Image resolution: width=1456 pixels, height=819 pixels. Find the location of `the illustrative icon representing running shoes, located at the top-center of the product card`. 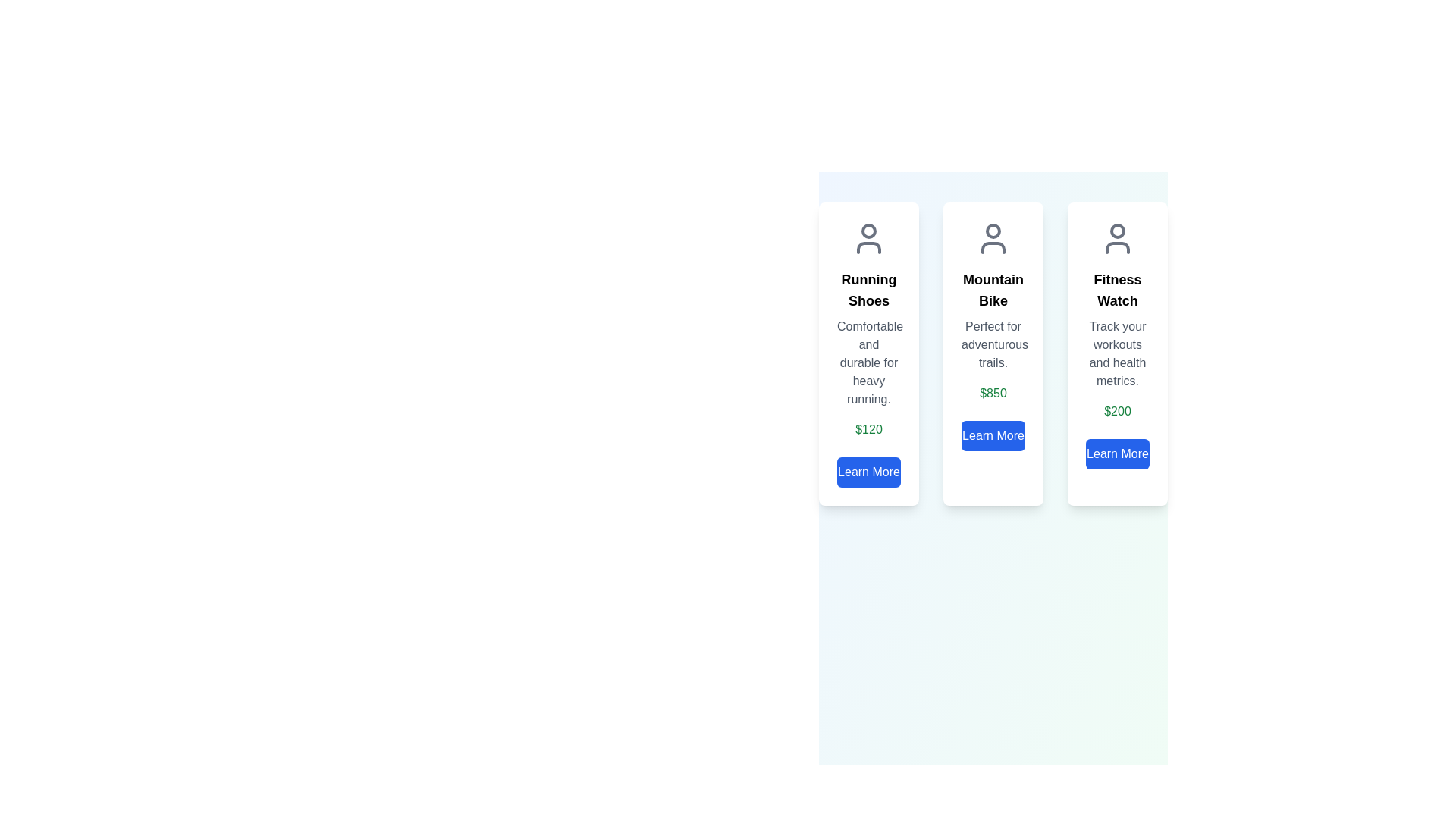

the illustrative icon representing running shoes, located at the top-center of the product card is located at coordinates (869, 239).